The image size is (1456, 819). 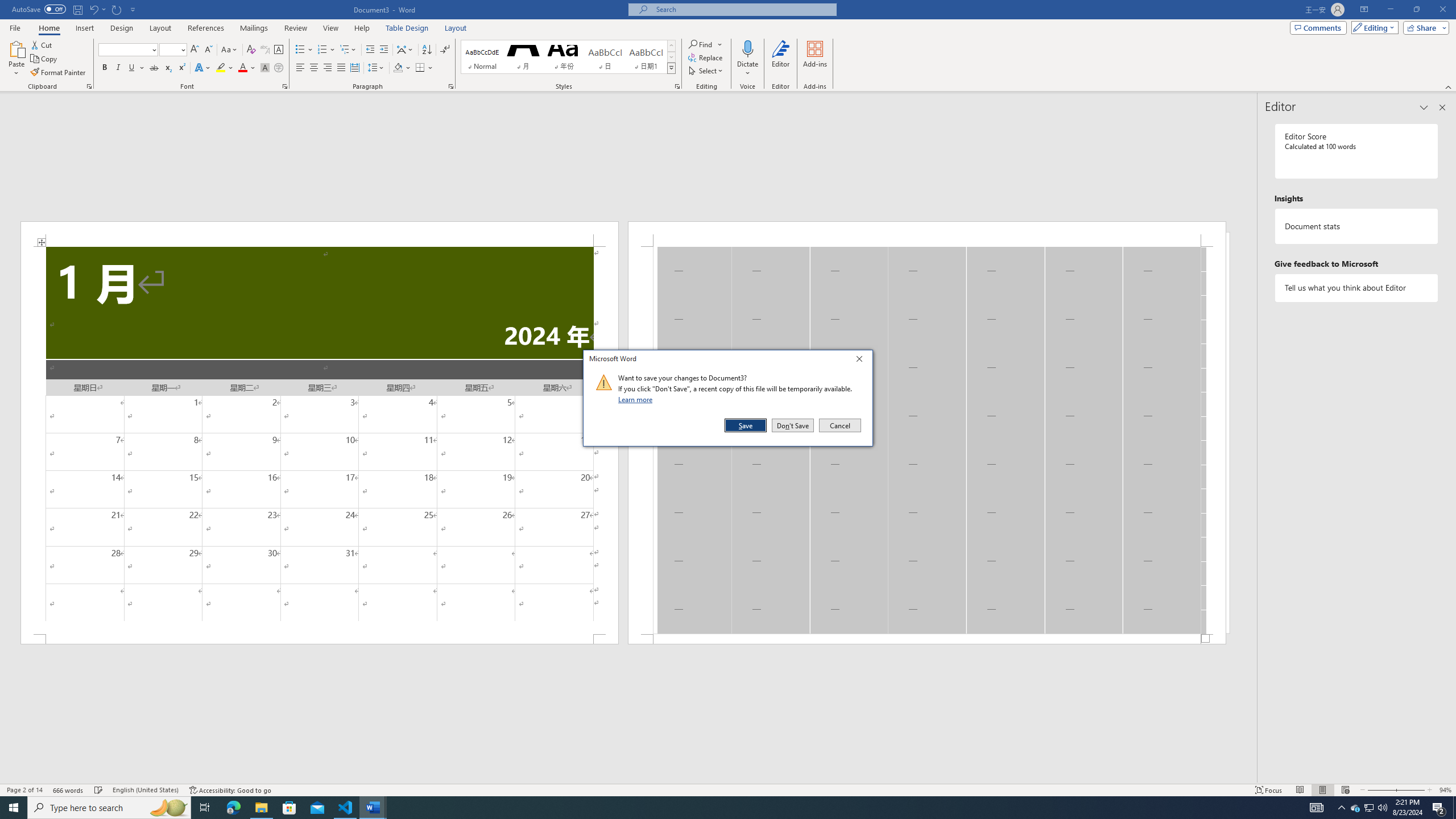 What do you see at coordinates (792, 425) in the screenshot?
I see `'Don'` at bounding box center [792, 425].